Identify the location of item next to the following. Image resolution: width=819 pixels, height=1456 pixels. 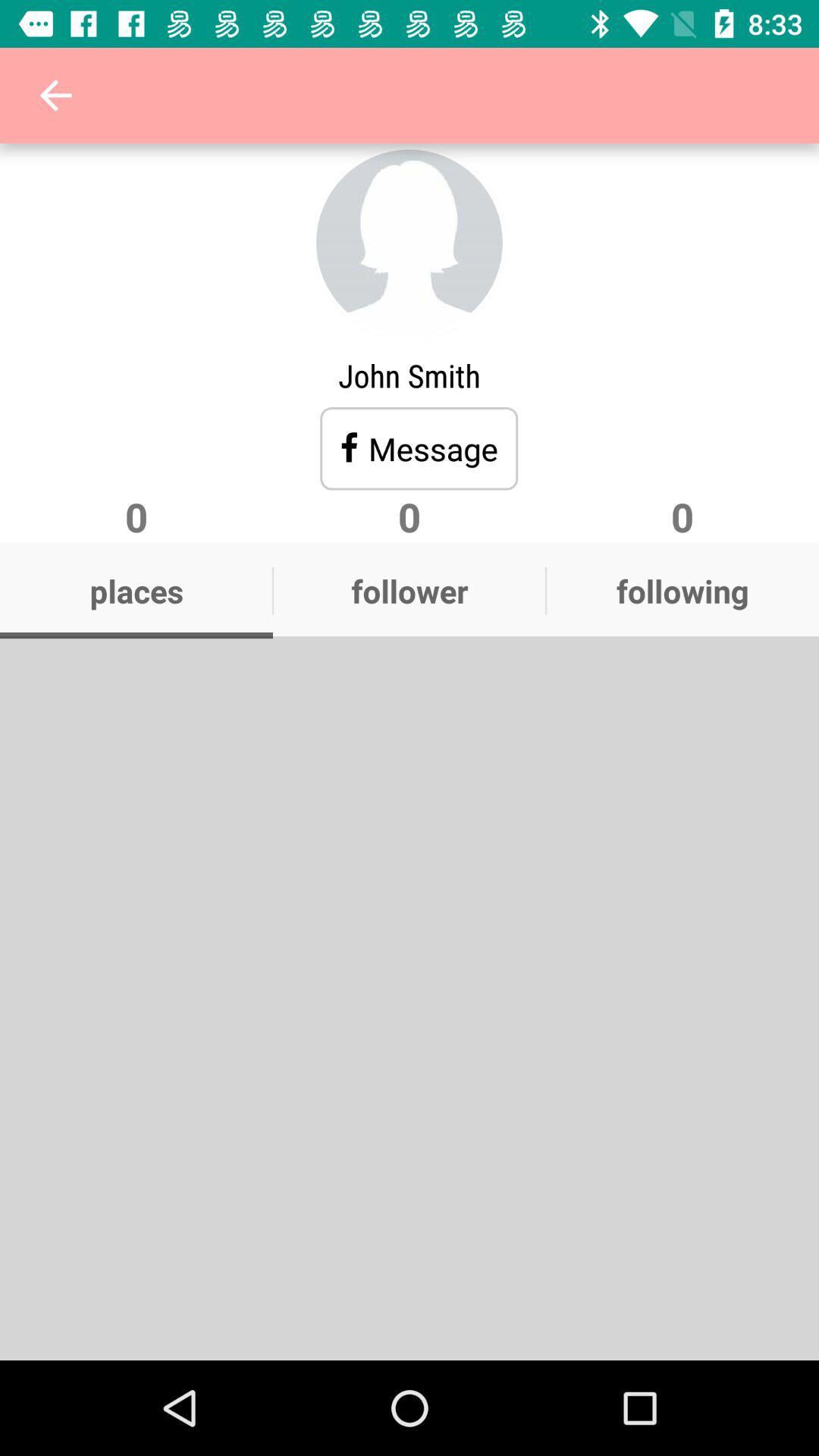
(409, 590).